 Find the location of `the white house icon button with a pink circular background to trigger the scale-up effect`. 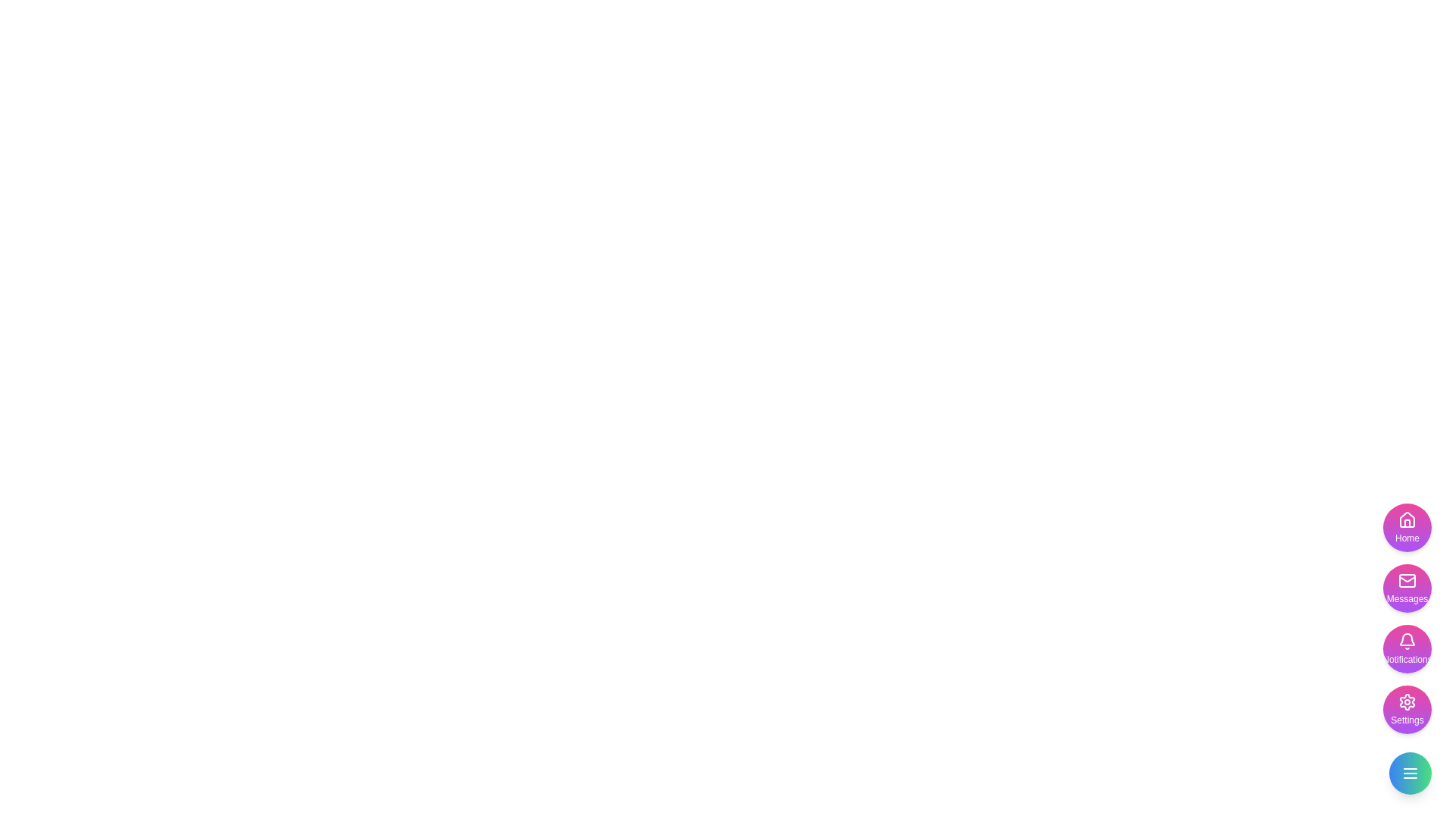

the white house icon button with a pink circular background to trigger the scale-up effect is located at coordinates (1407, 519).